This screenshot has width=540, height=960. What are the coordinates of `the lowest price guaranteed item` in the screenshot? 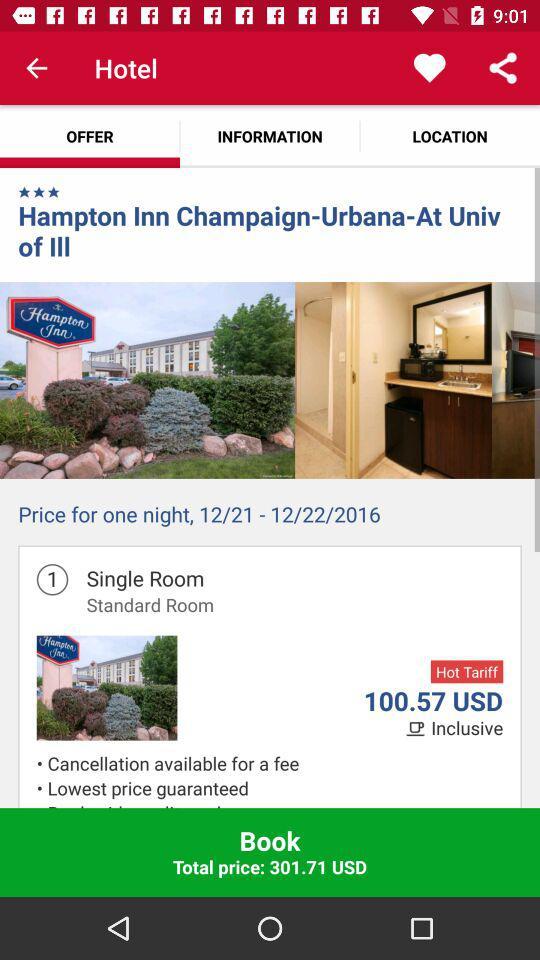 It's located at (274, 788).